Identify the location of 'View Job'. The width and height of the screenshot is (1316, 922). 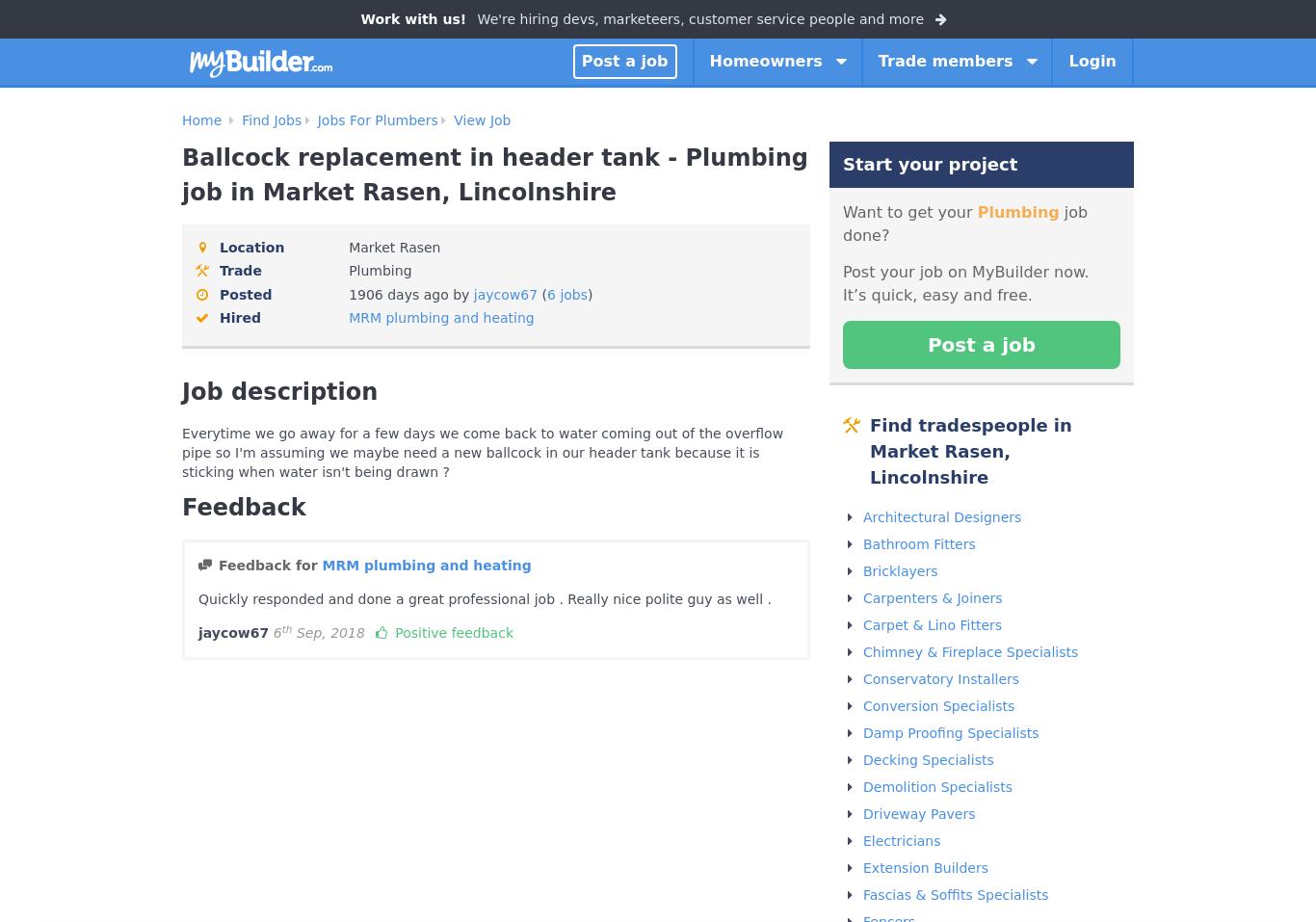
(482, 119).